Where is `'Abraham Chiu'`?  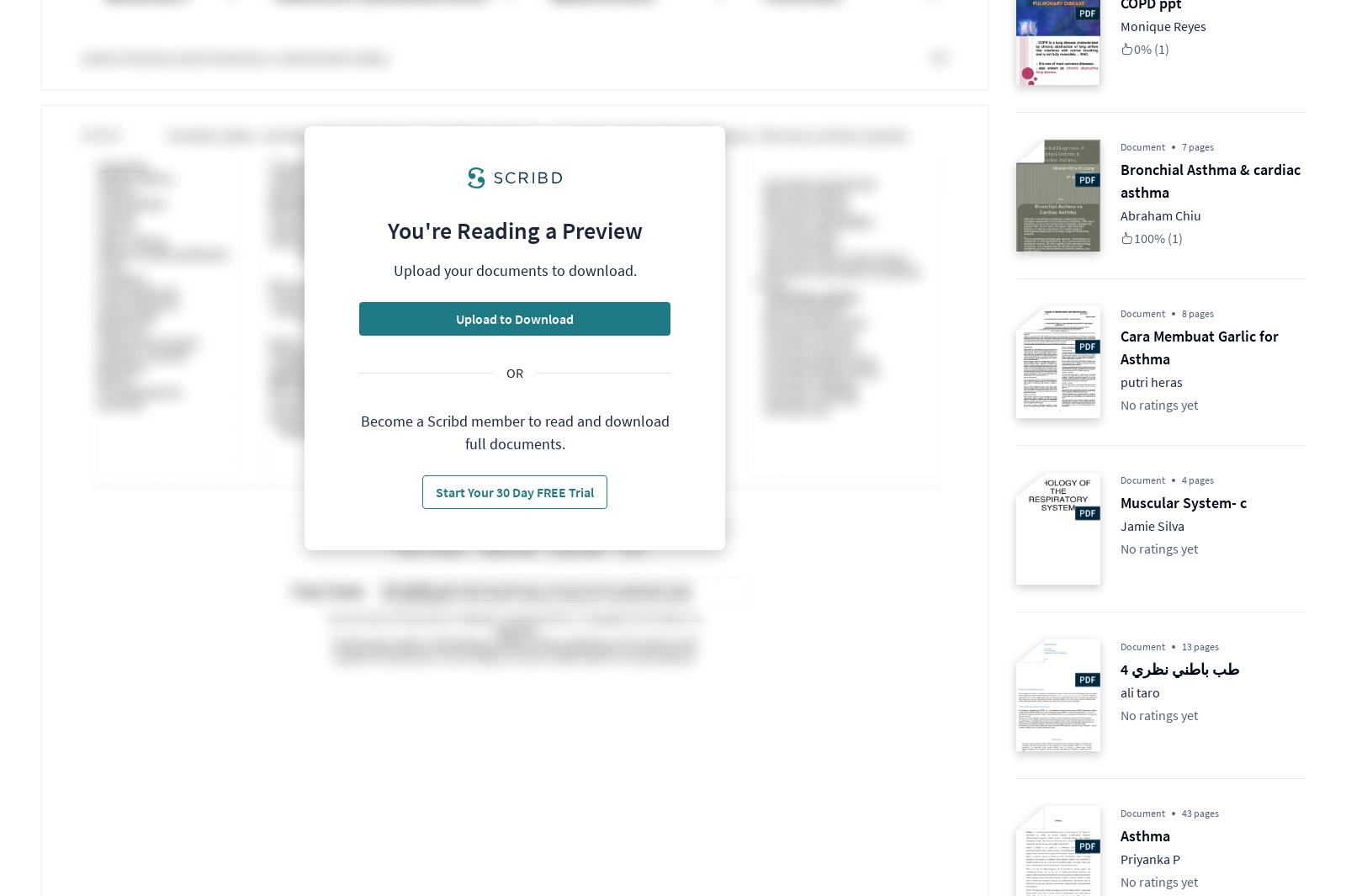 'Abraham Chiu' is located at coordinates (1160, 215).